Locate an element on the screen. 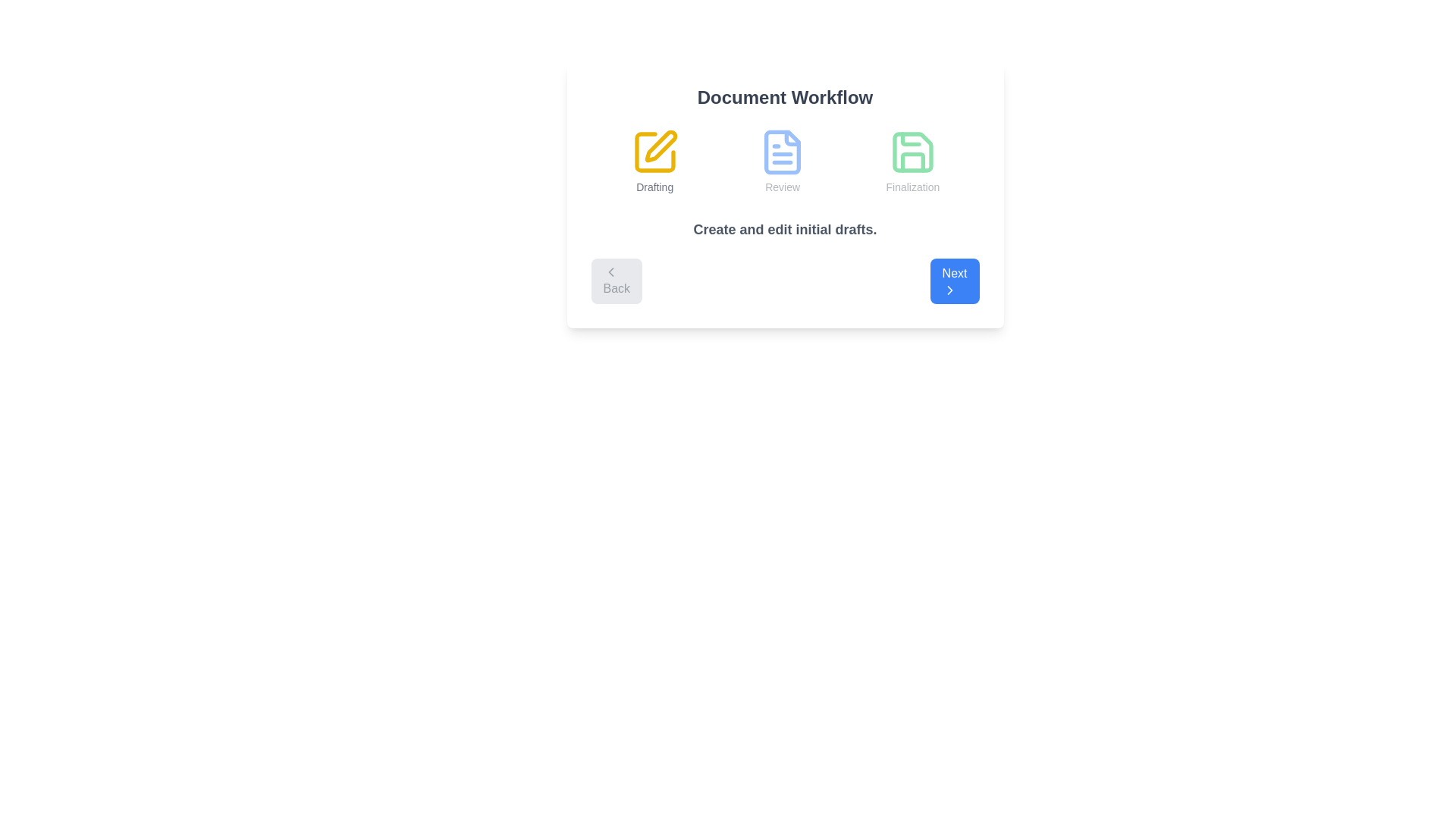 The image size is (1456, 819). the Text Label element that reads 'Finalization', which is located below the green save disk icon in the workflow interface is located at coordinates (912, 186).